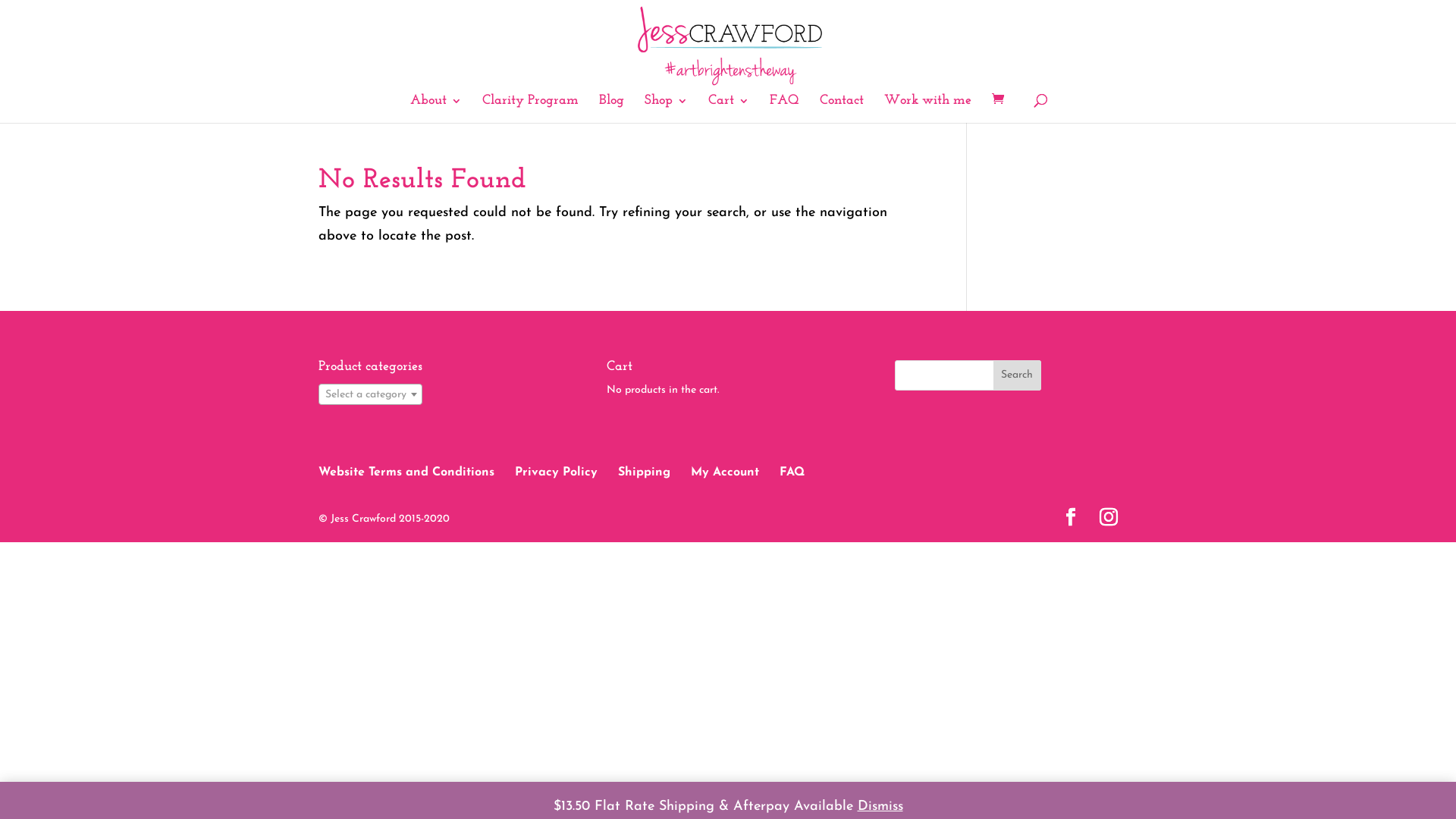  Describe the element at coordinates (769, 108) in the screenshot. I see `'FAQ'` at that location.